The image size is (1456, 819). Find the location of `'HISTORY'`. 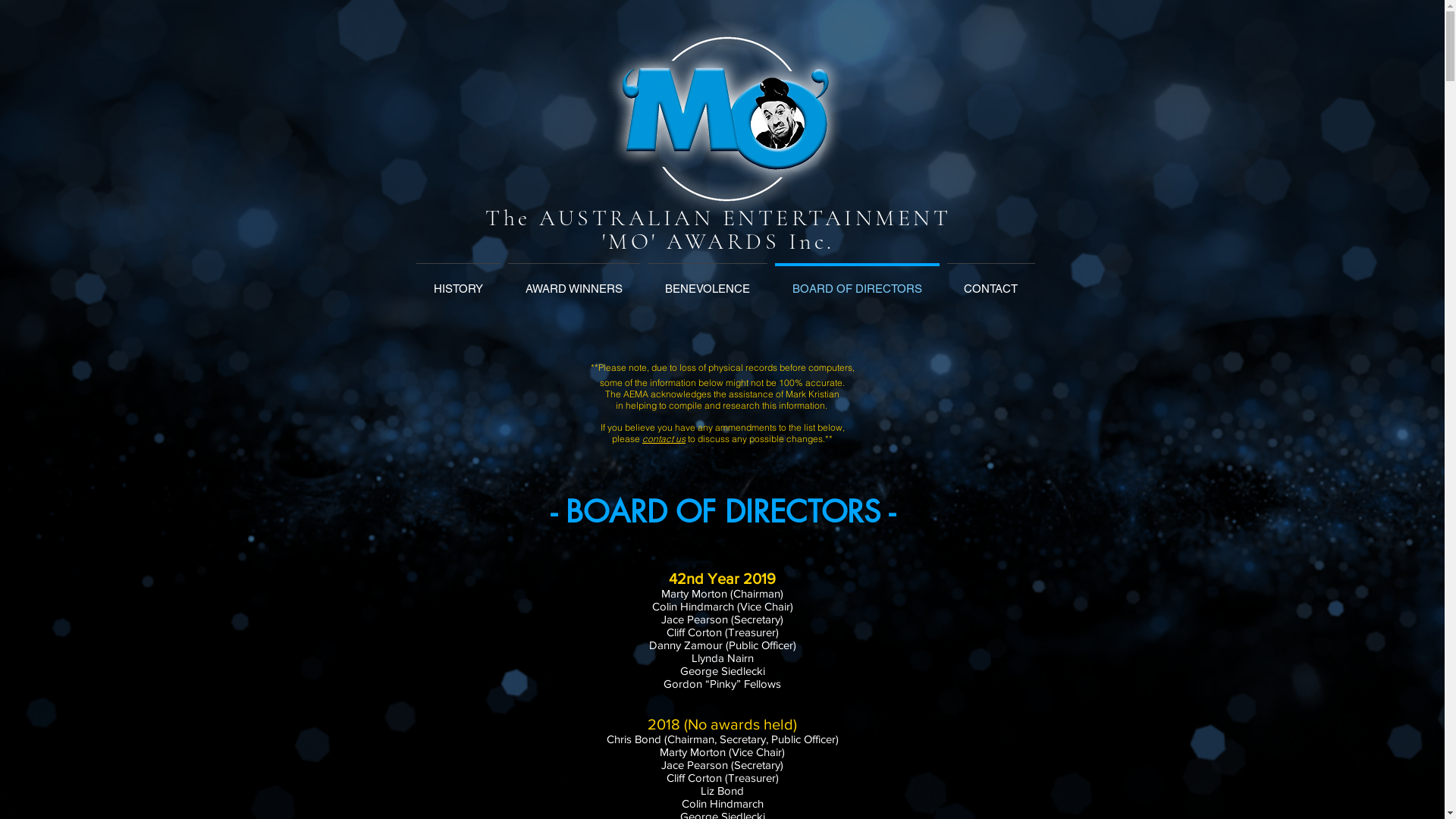

'HISTORY' is located at coordinates (457, 281).